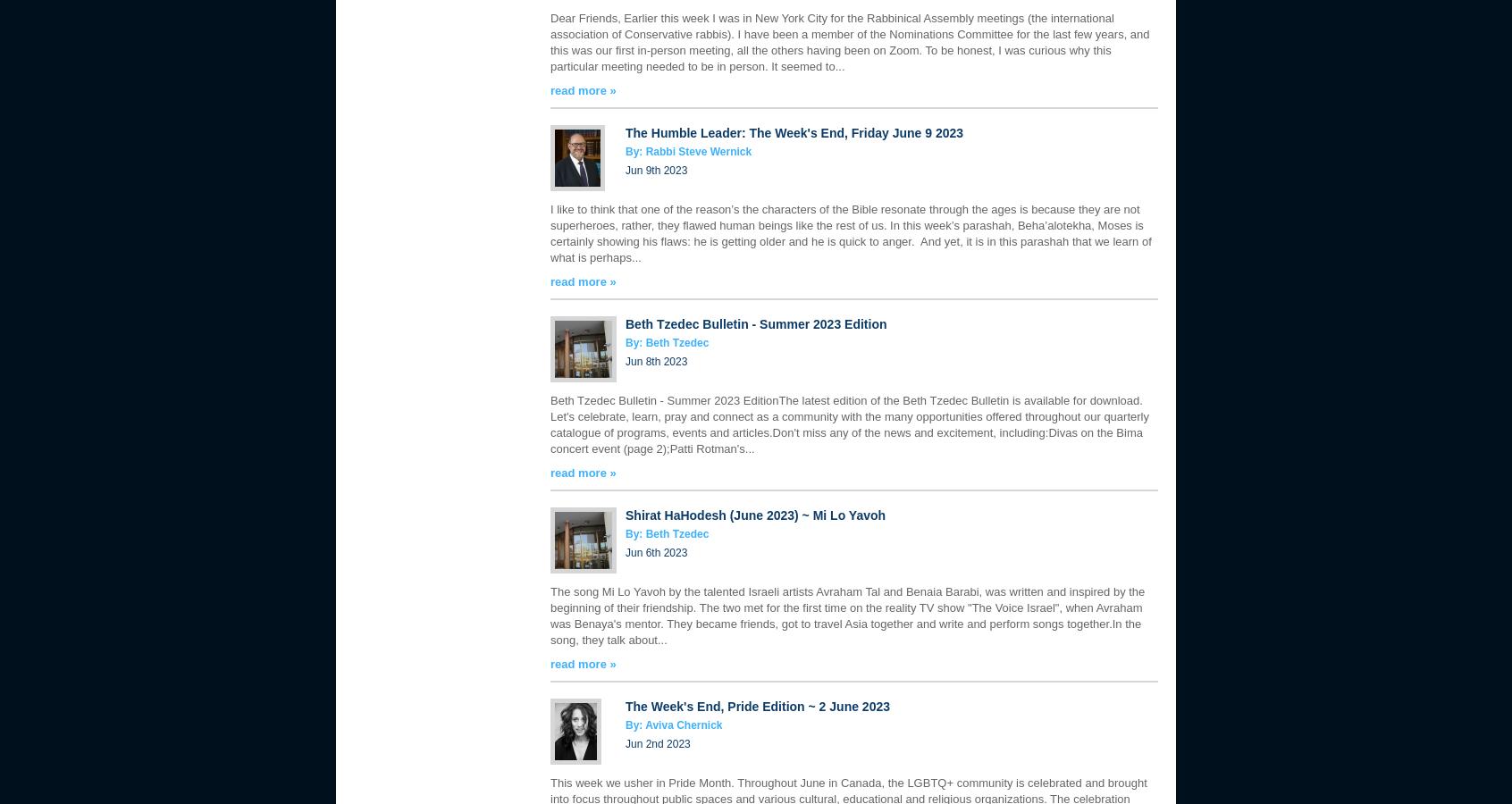  Describe the element at coordinates (847, 615) in the screenshot. I see `'The song Mi Lo Yavoh by the talented Israeli artists Avraham Tal and Benaia Barabi, was written and inspired by the beginning of their friendship. The two met for the first time on the reality TV show "The Voice Israel", when Avraham was Benaya's mentor. They became friends, got to travel Asia together and write and perform songs together.In the song, they talk about...'` at that location.